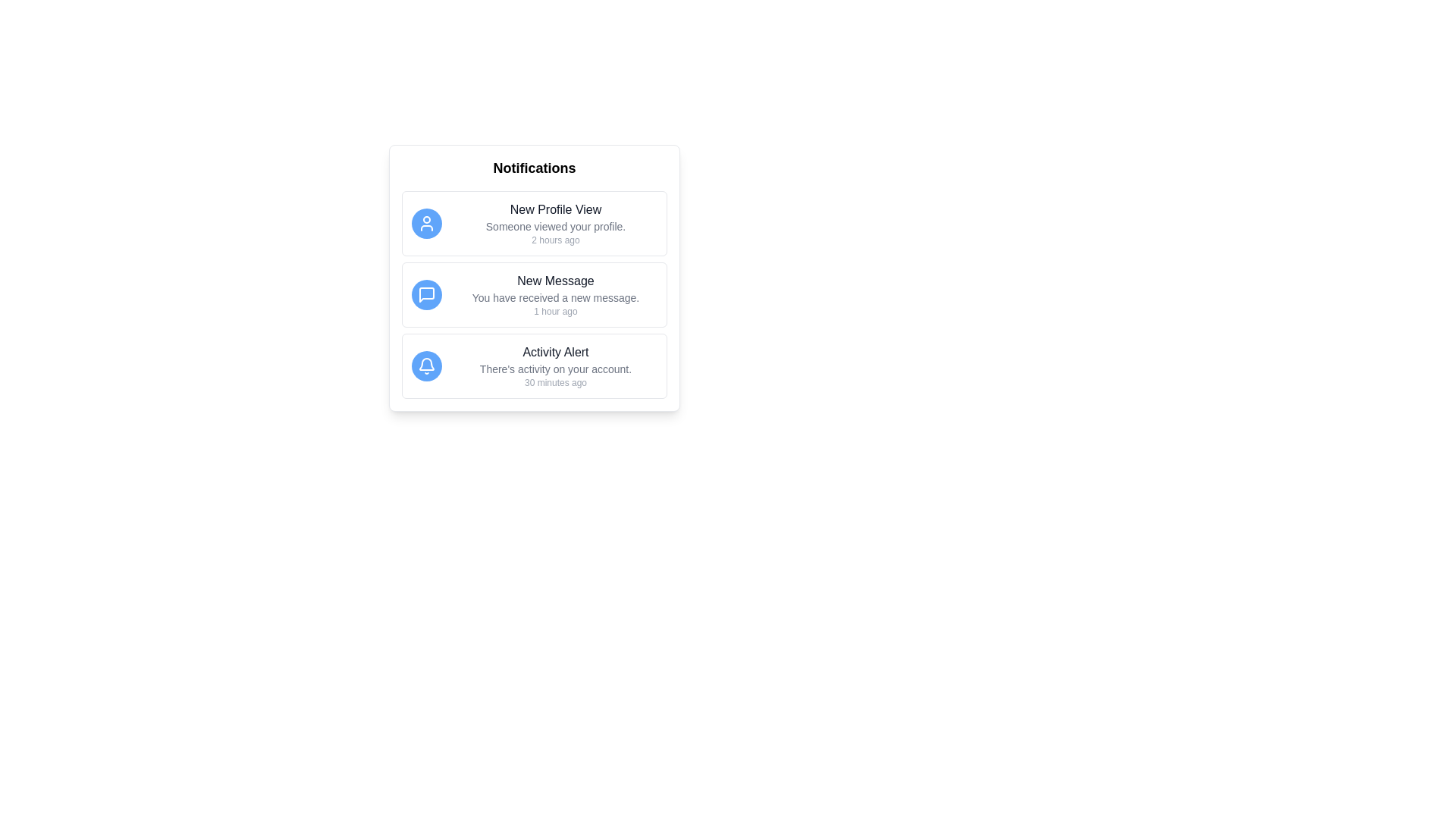 Image resolution: width=1456 pixels, height=819 pixels. What do you see at coordinates (555, 369) in the screenshot?
I see `the notification message body in the 'Activity Alert' block, which is the second line of text beneath the heading 'Activity Alert'` at bounding box center [555, 369].